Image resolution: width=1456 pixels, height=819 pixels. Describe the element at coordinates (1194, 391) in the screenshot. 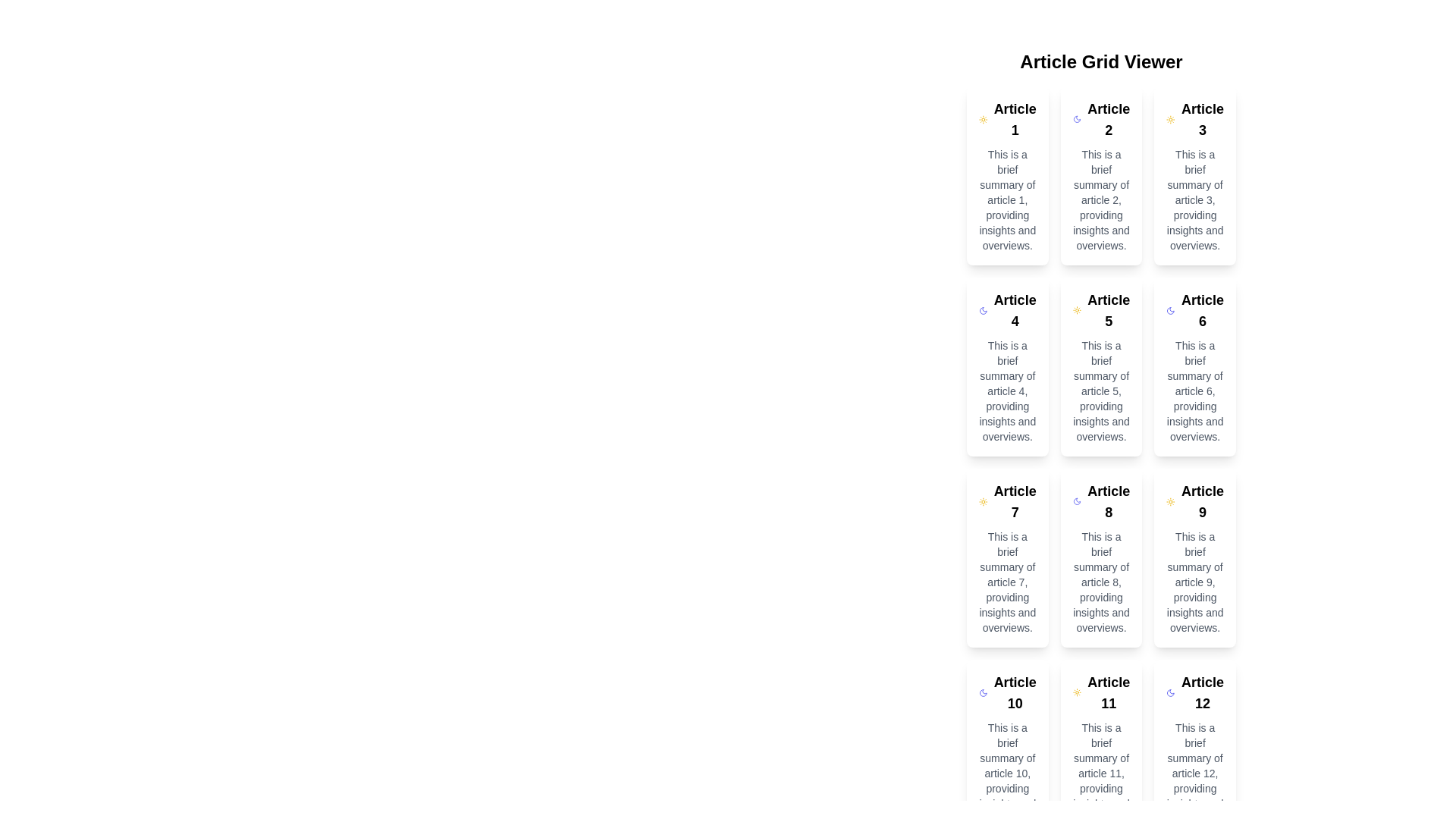

I see `the text block displaying 'This is a brief summary of article 6, providing insights and overviews.' which is styled with gray color and contained within a white, shadowed card in the article grid` at that location.